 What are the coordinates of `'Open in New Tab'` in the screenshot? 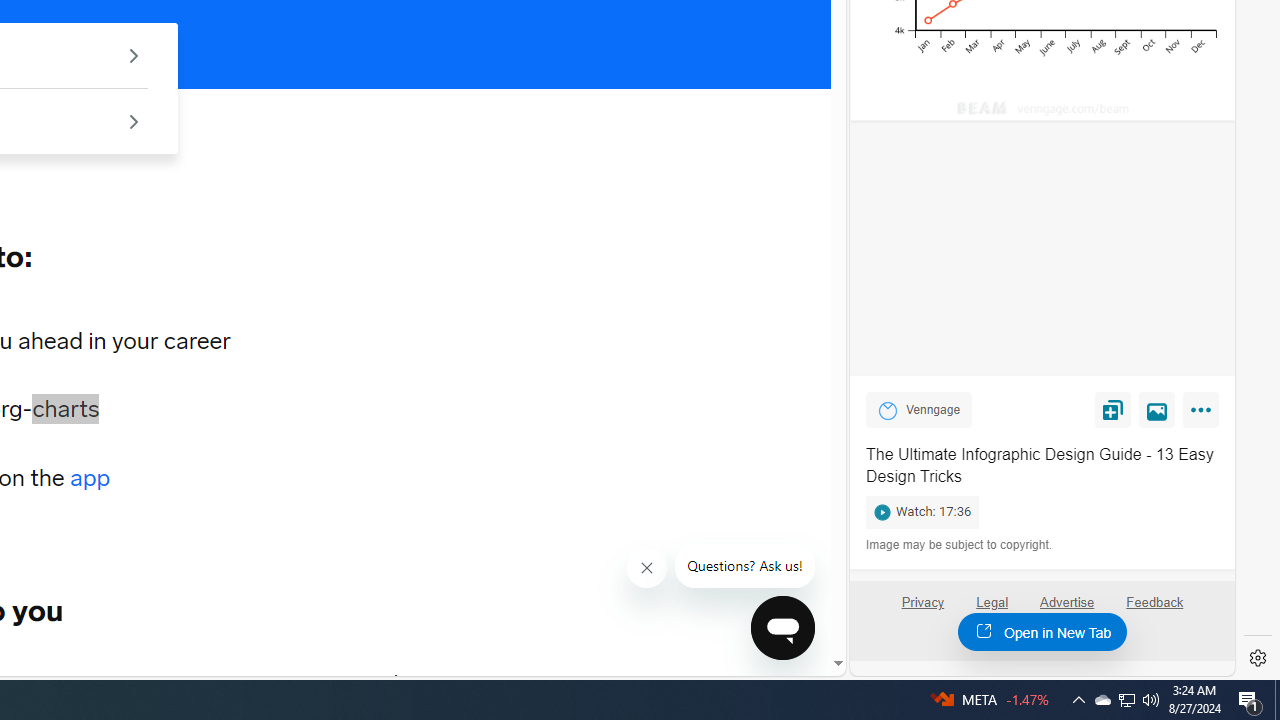 It's located at (1041, 631).